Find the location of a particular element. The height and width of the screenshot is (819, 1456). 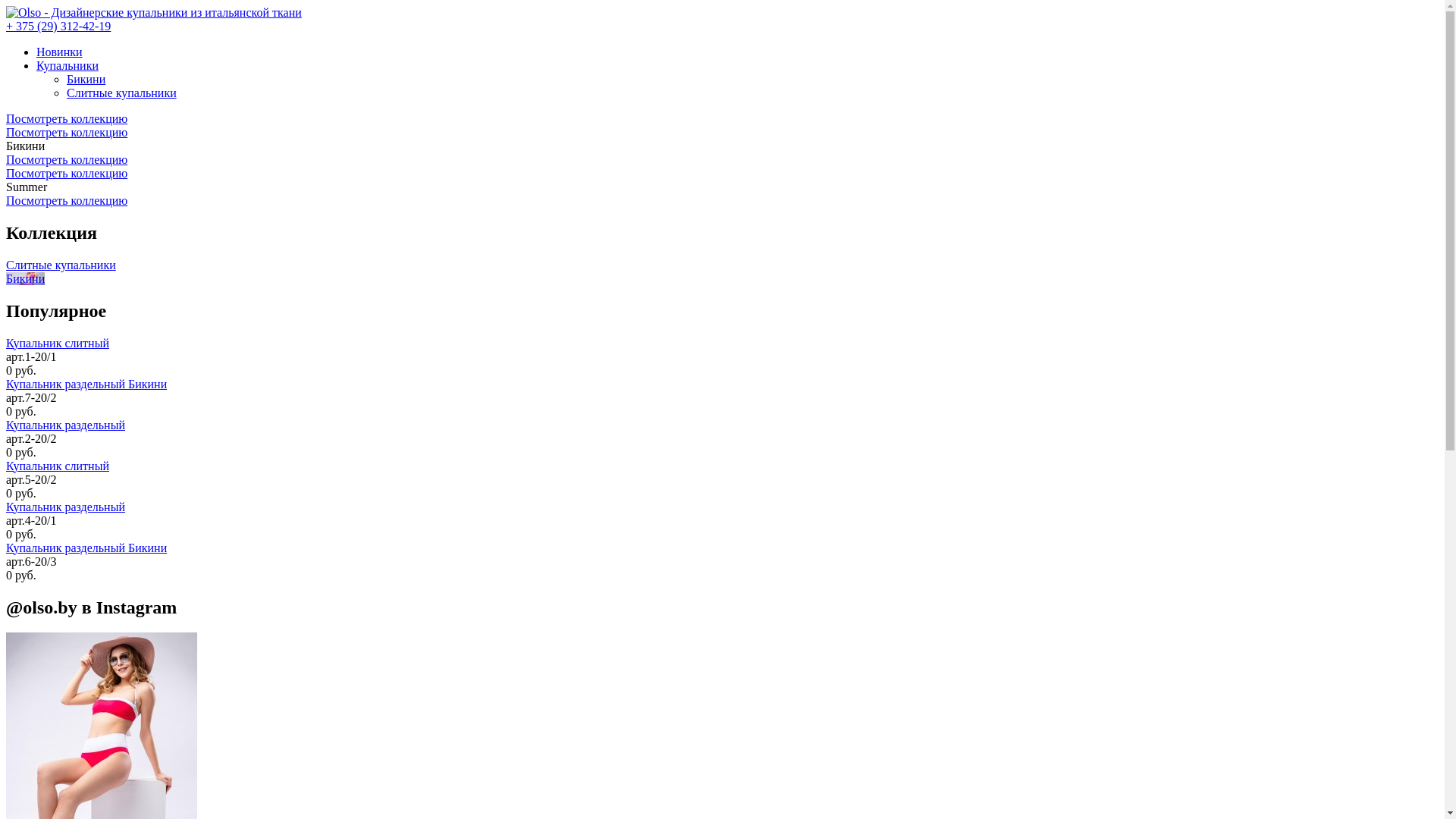

'+ 375 (29) 312-42-19' is located at coordinates (6, 26).